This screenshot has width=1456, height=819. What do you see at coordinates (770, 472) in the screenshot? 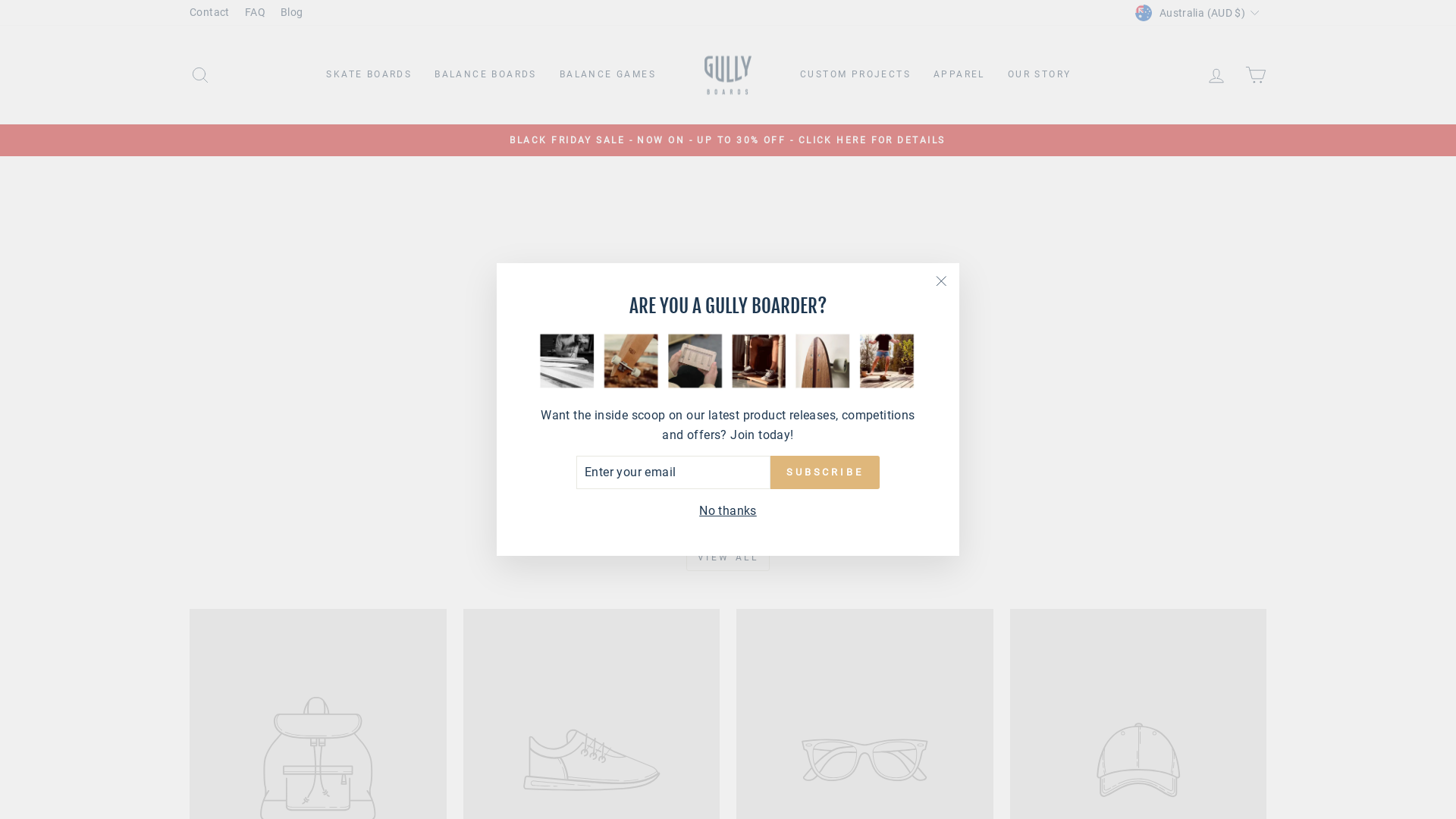
I see `'SUBSCRIBE'` at bounding box center [770, 472].